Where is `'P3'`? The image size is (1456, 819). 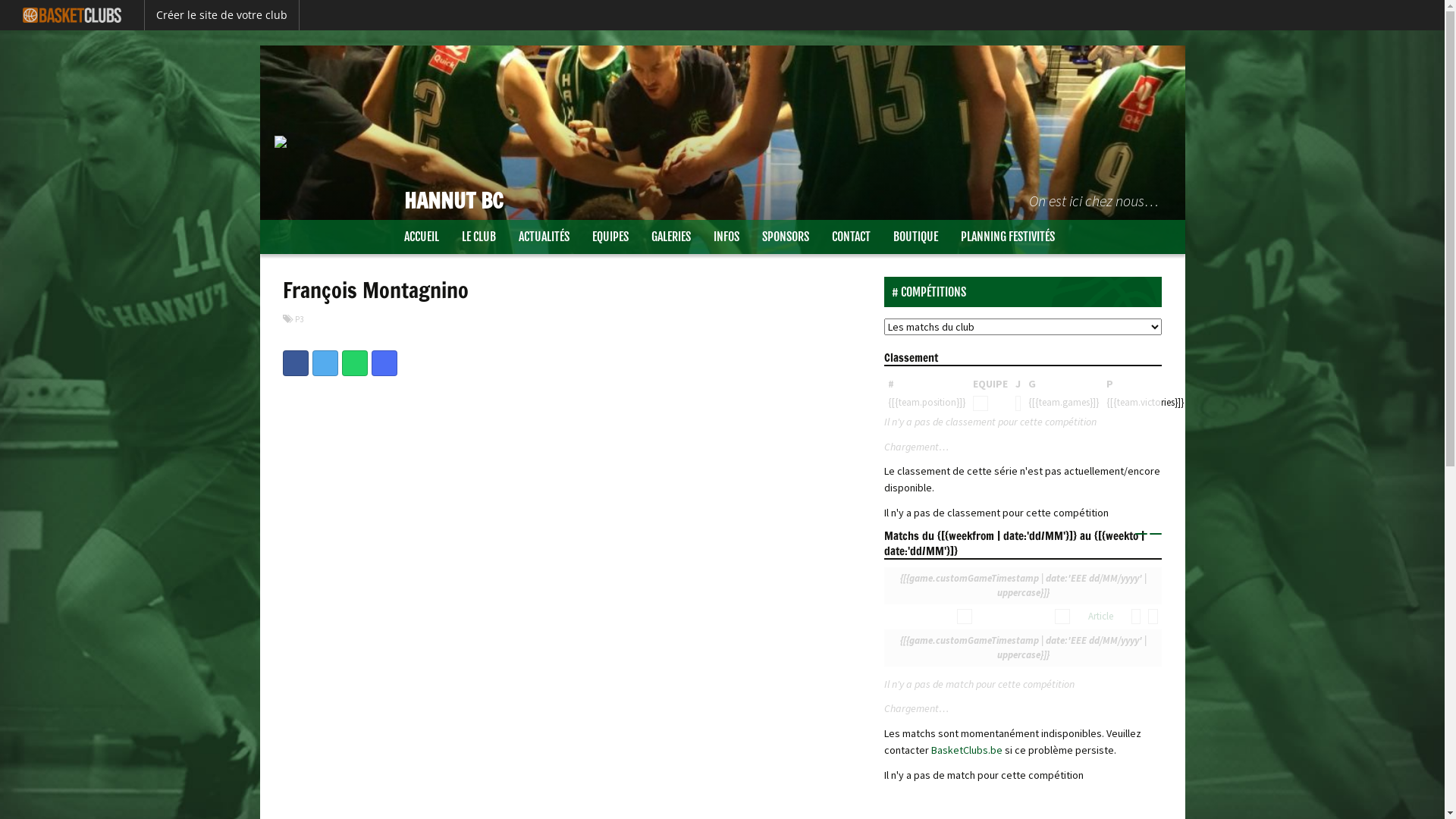
'P3' is located at coordinates (294, 318).